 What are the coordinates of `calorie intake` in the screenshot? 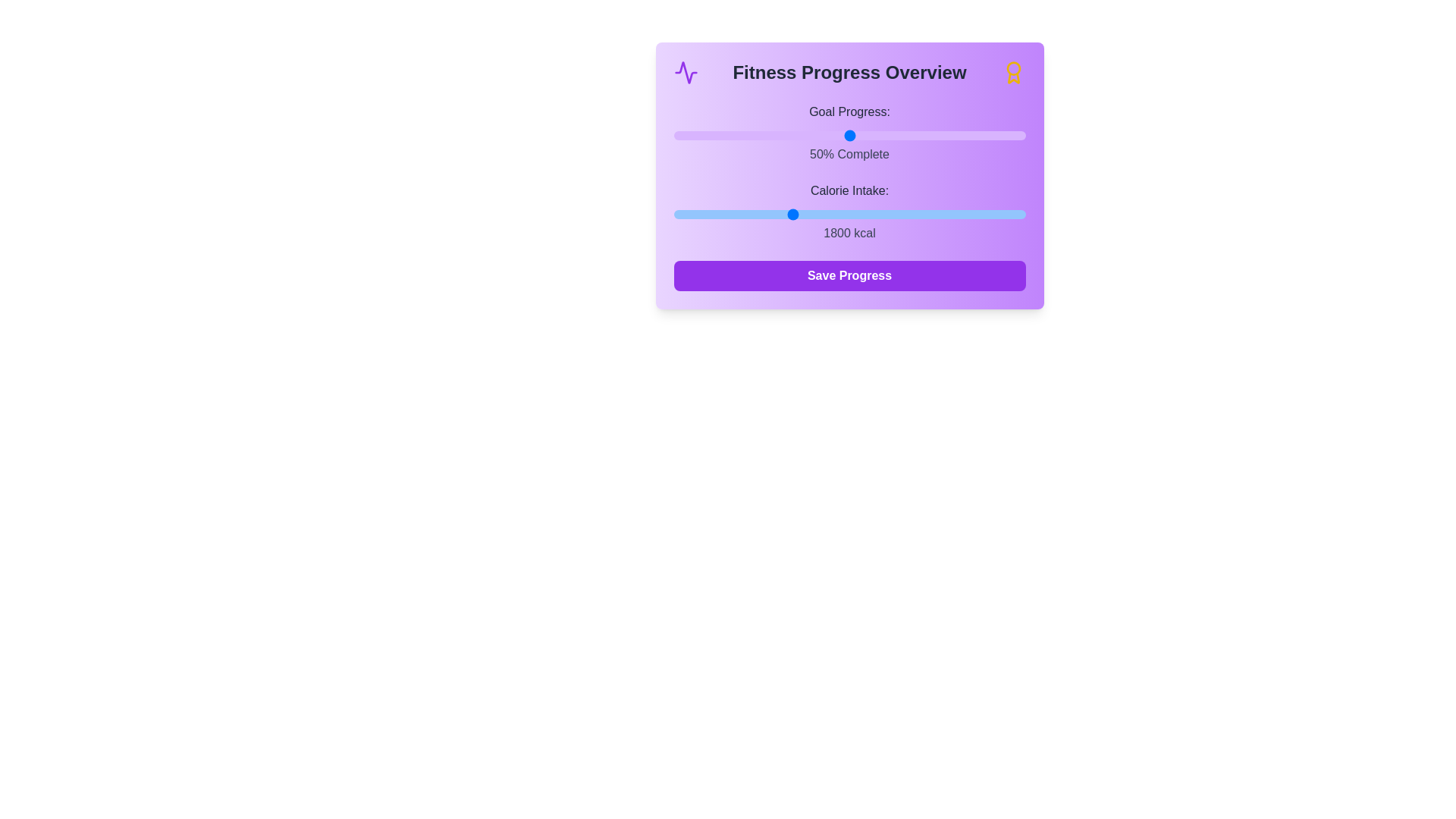 It's located at (777, 214).